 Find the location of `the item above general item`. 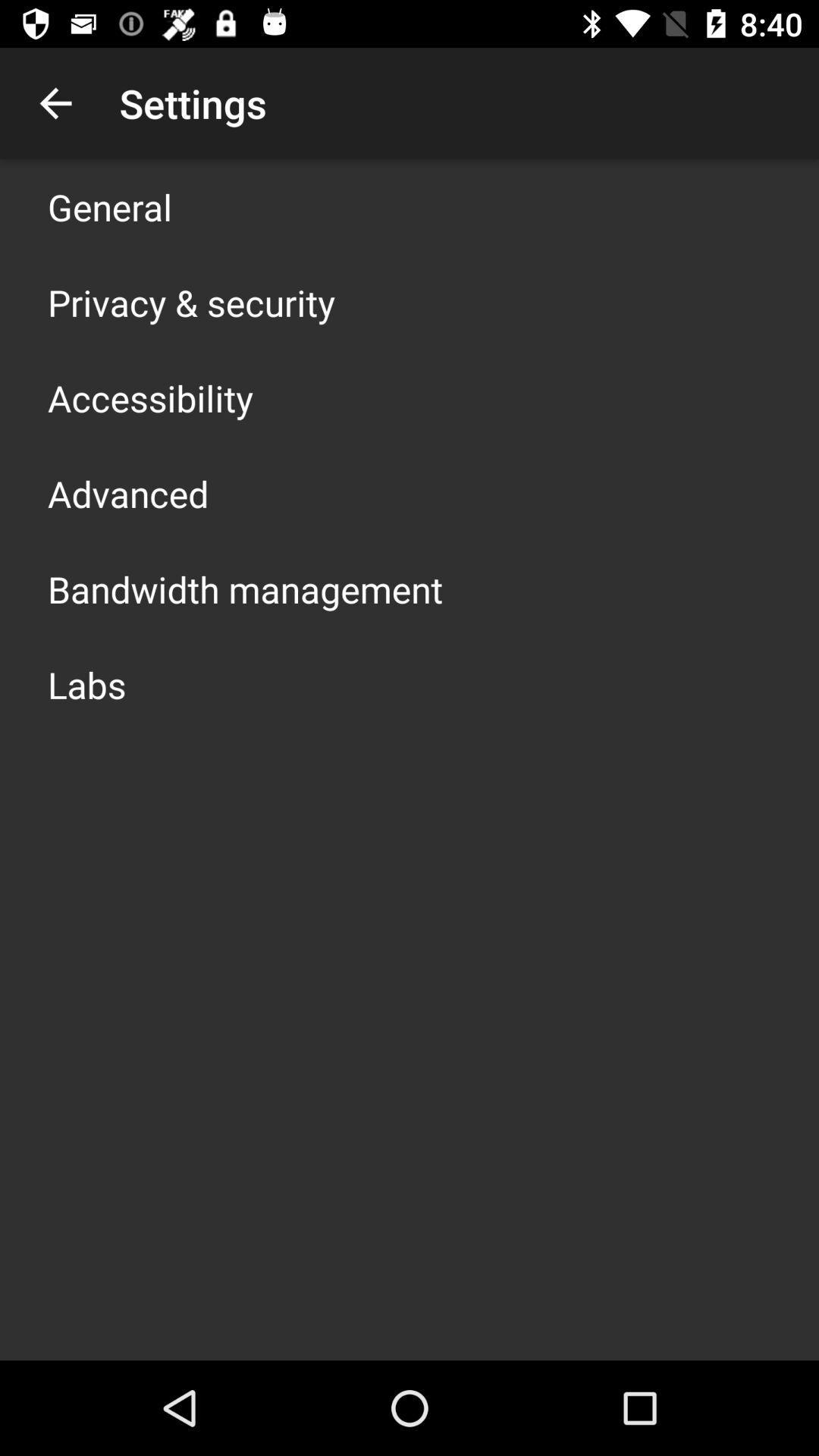

the item above general item is located at coordinates (55, 102).